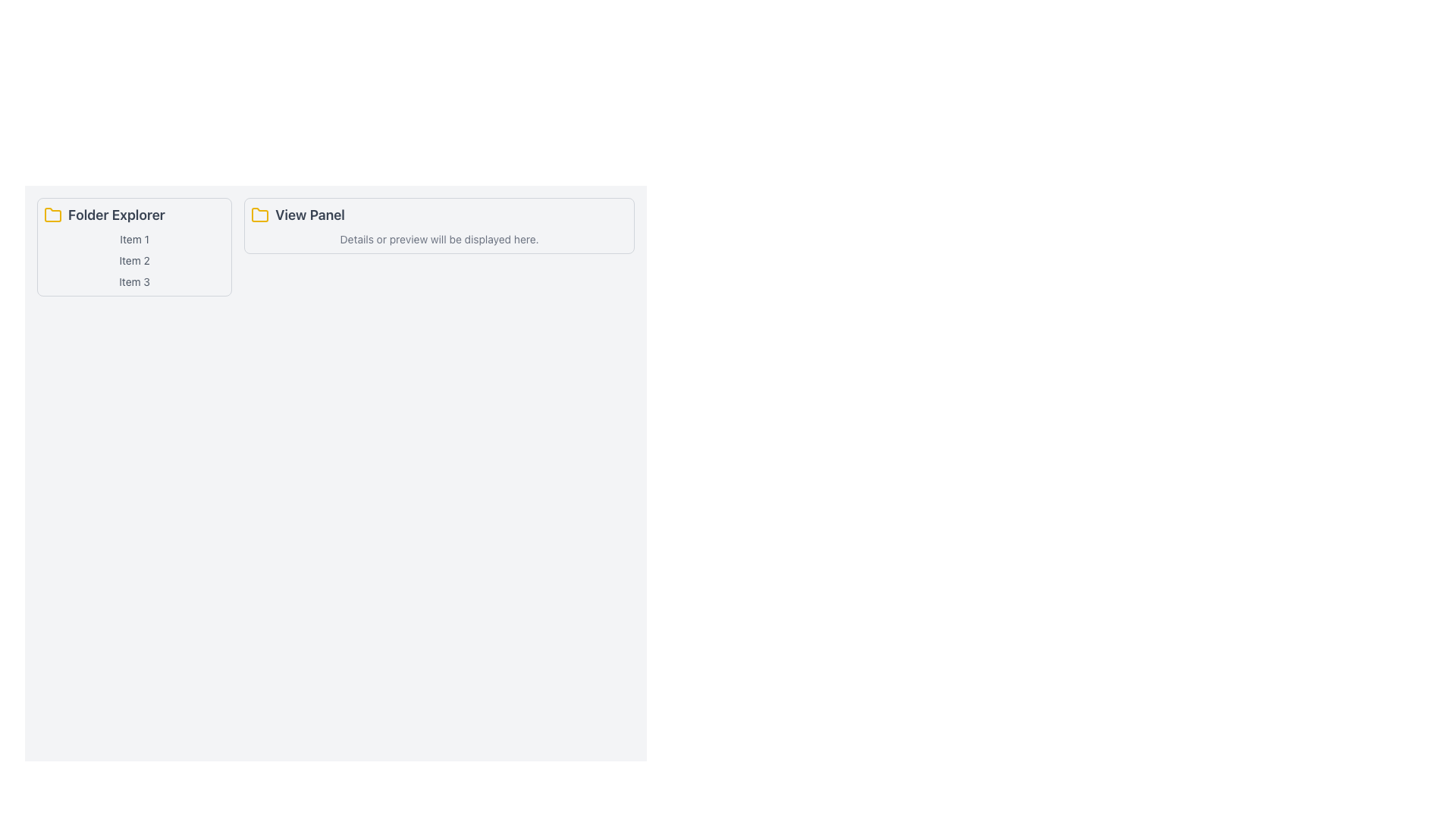 The width and height of the screenshot is (1456, 819). I want to click on the static text label representing a selectable item in the 'Folder Explorer' list, specifically the second item positioned between 'Item 1' and 'Item 3', so click(134, 259).